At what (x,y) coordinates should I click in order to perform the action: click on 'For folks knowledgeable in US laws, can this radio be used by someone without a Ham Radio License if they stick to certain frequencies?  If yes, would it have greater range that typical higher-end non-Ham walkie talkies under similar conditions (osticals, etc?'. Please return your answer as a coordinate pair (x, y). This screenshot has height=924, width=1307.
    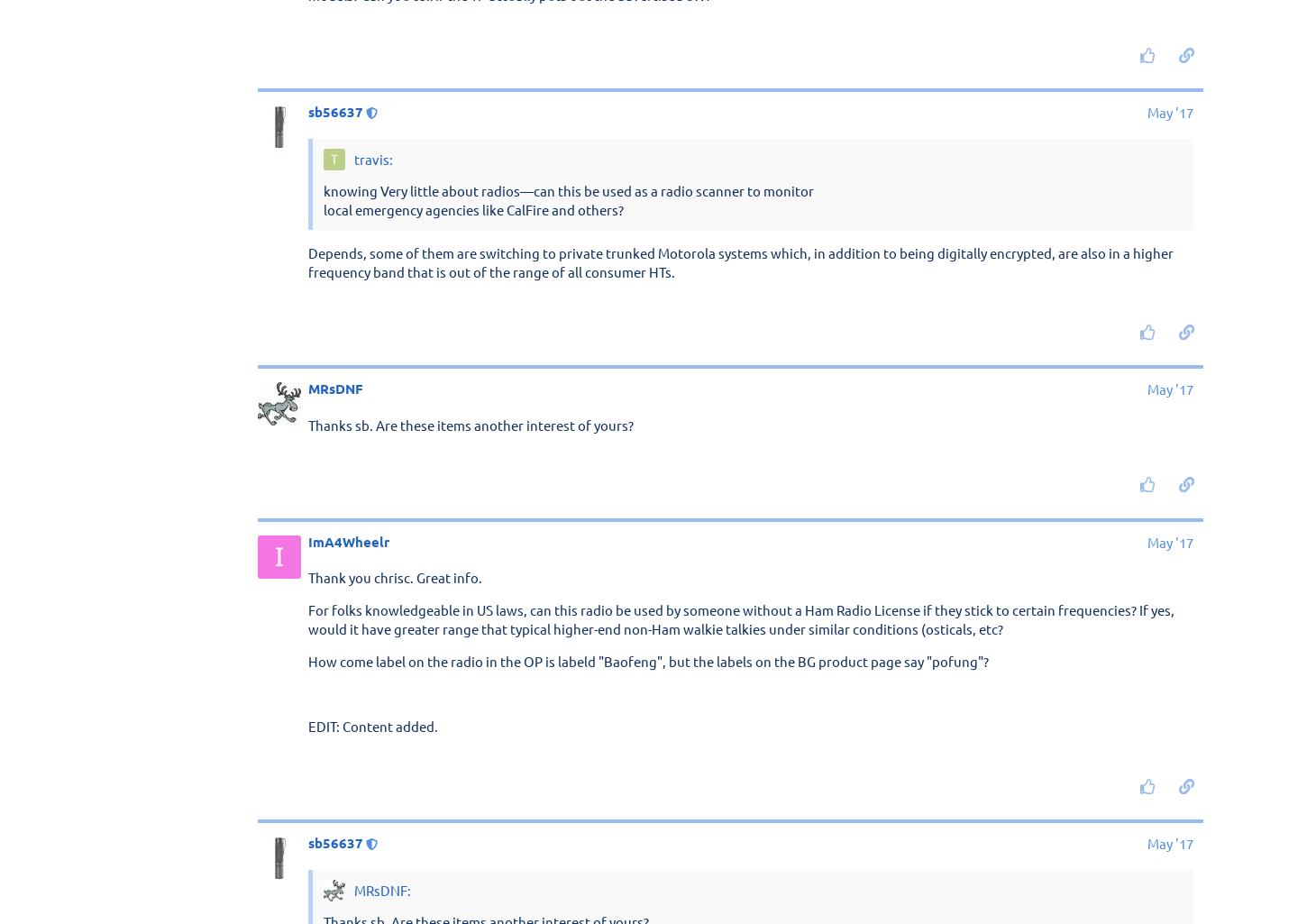
    Looking at the image, I should click on (741, 618).